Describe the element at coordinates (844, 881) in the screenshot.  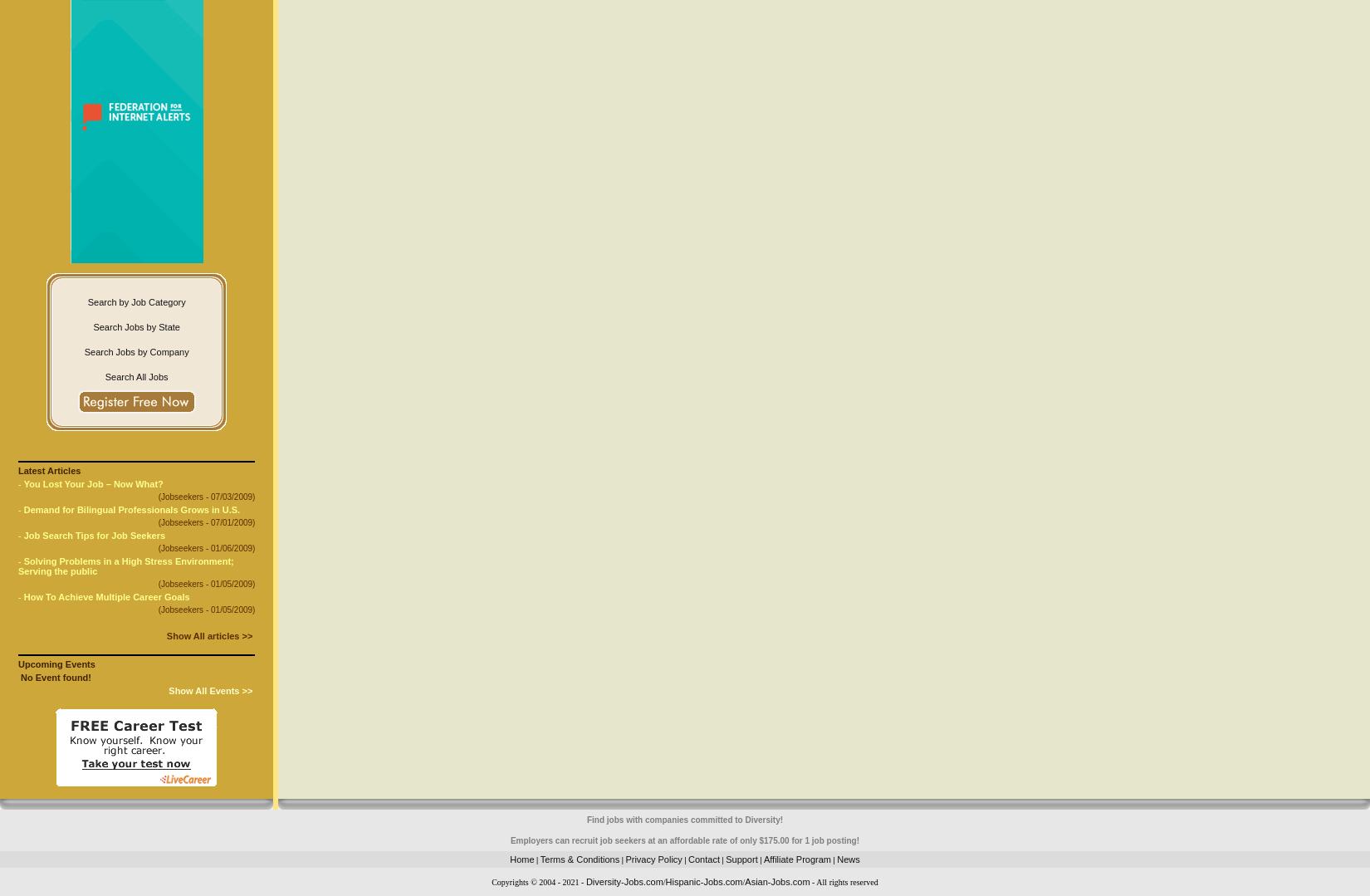
I see `'- 
      All rights reserved'` at that location.